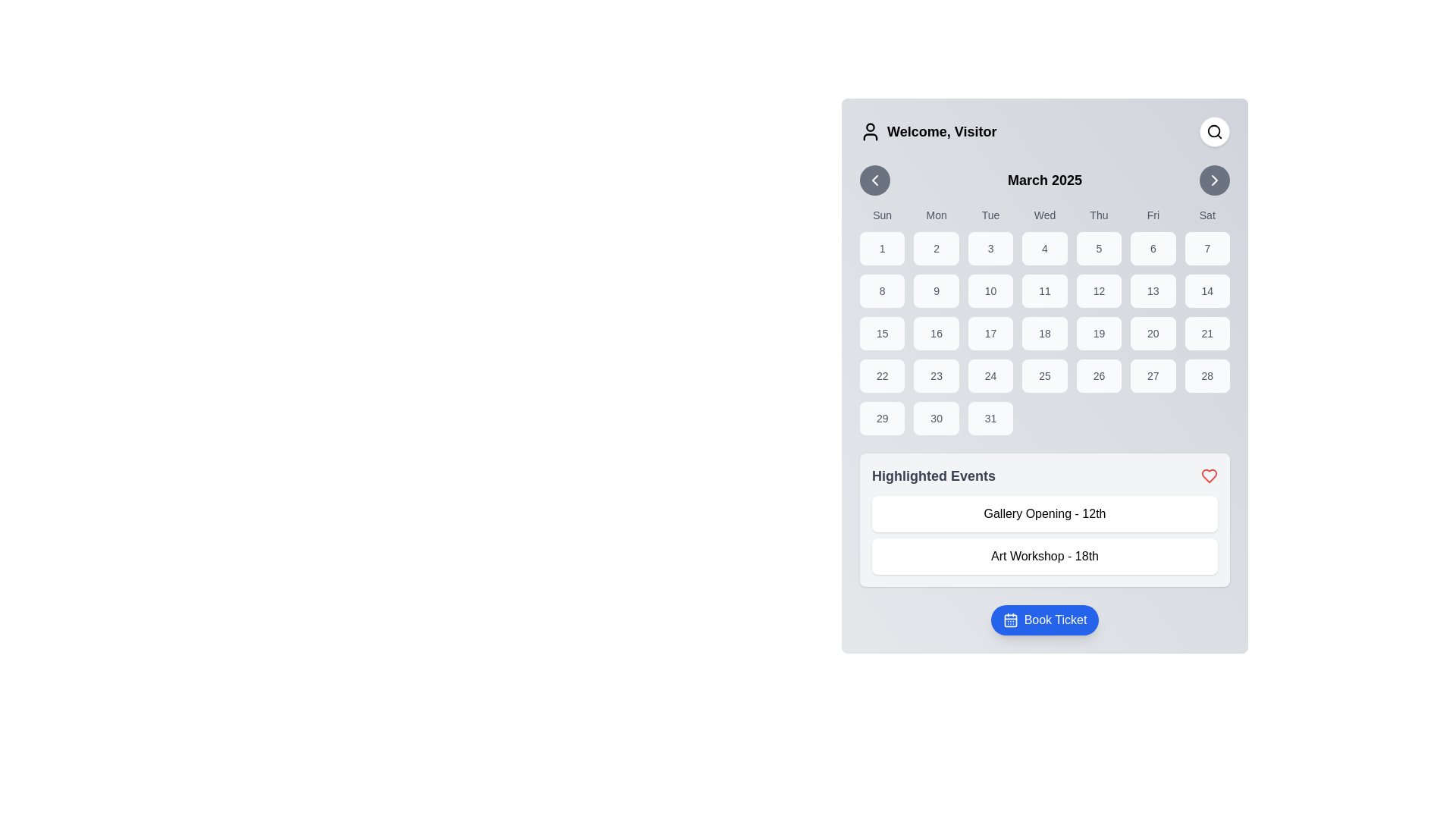  What do you see at coordinates (1207, 332) in the screenshot?
I see `the rectangular button labeled '21' with rounded corners and a light gray background in the calendar layout, located in the fourth row and seventh column under the 'Sat' header` at bounding box center [1207, 332].